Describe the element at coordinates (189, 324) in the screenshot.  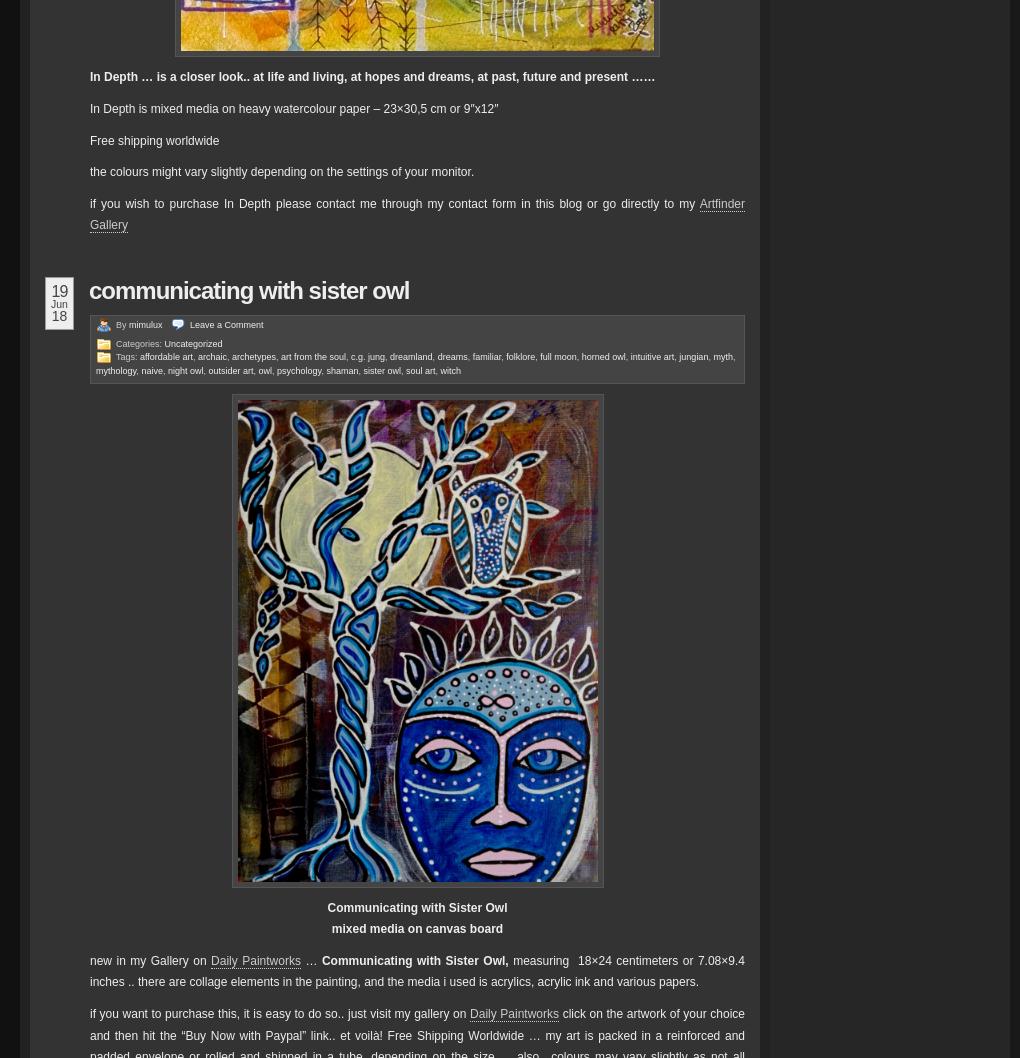
I see `'Leave a'` at that location.